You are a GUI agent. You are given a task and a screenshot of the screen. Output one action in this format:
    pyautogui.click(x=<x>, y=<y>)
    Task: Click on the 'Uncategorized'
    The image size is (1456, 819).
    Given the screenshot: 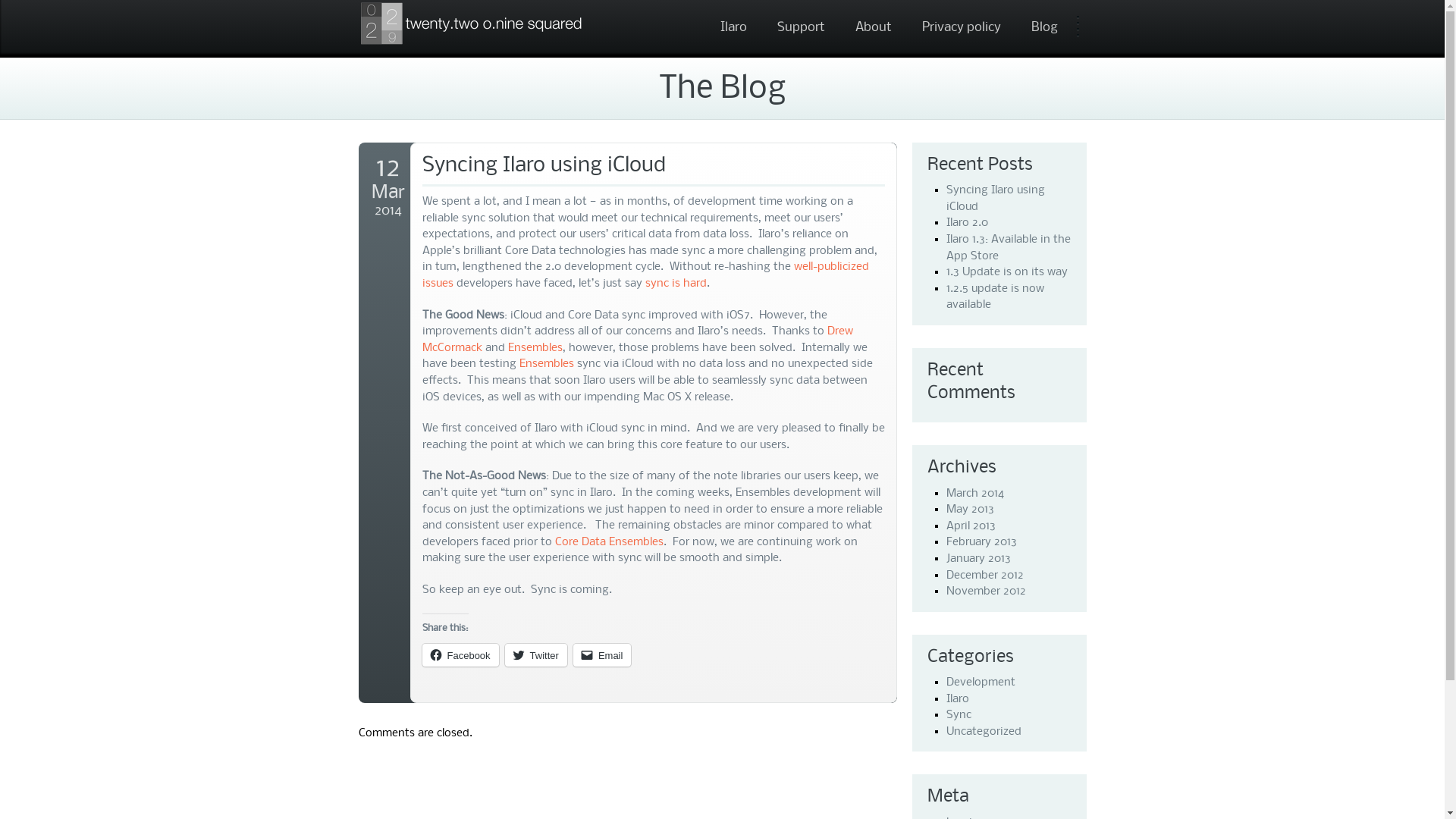 What is the action you would take?
    pyautogui.click(x=984, y=730)
    